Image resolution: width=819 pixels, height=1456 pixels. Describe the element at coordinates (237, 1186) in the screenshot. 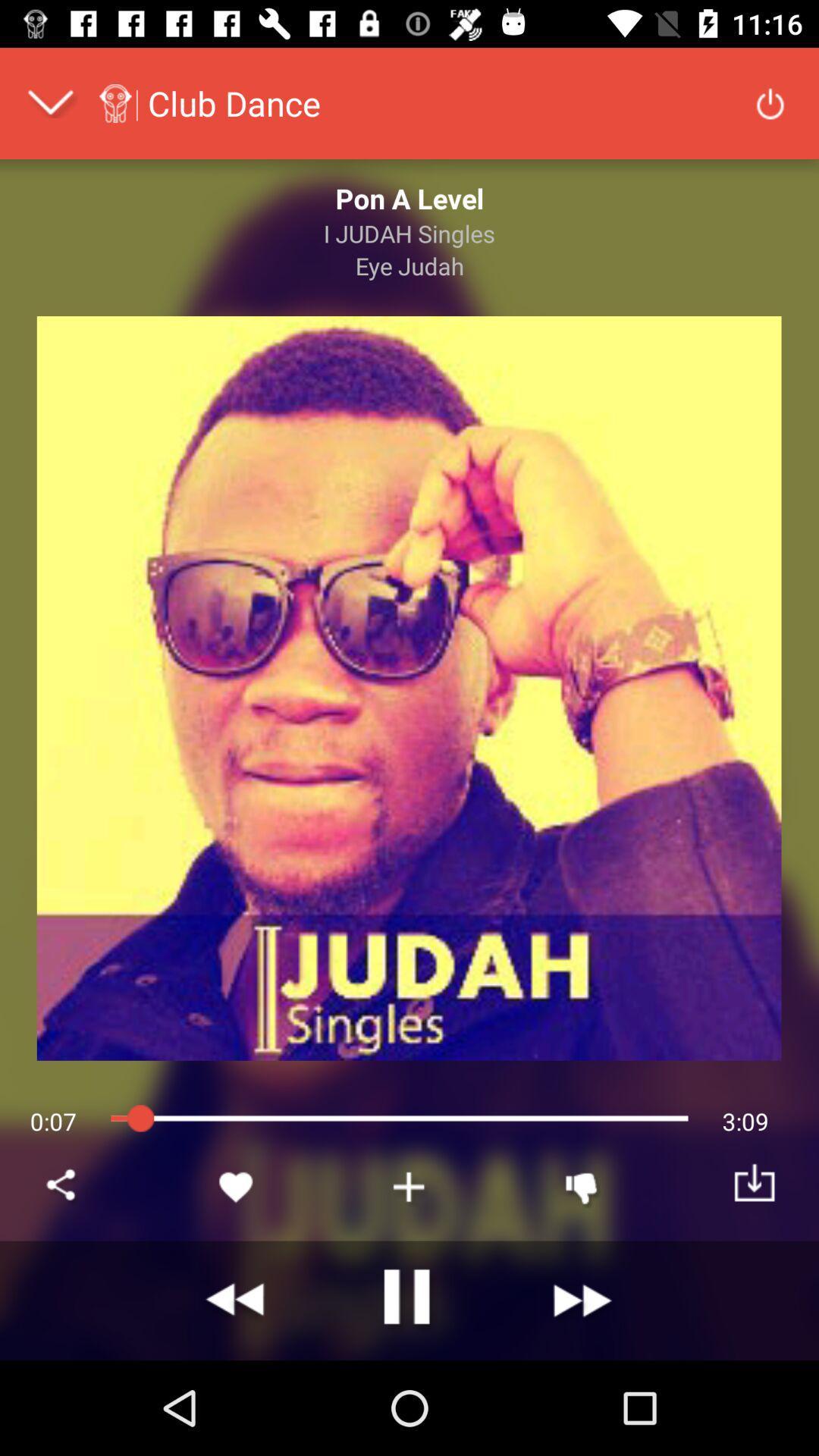

I see `like song option` at that location.